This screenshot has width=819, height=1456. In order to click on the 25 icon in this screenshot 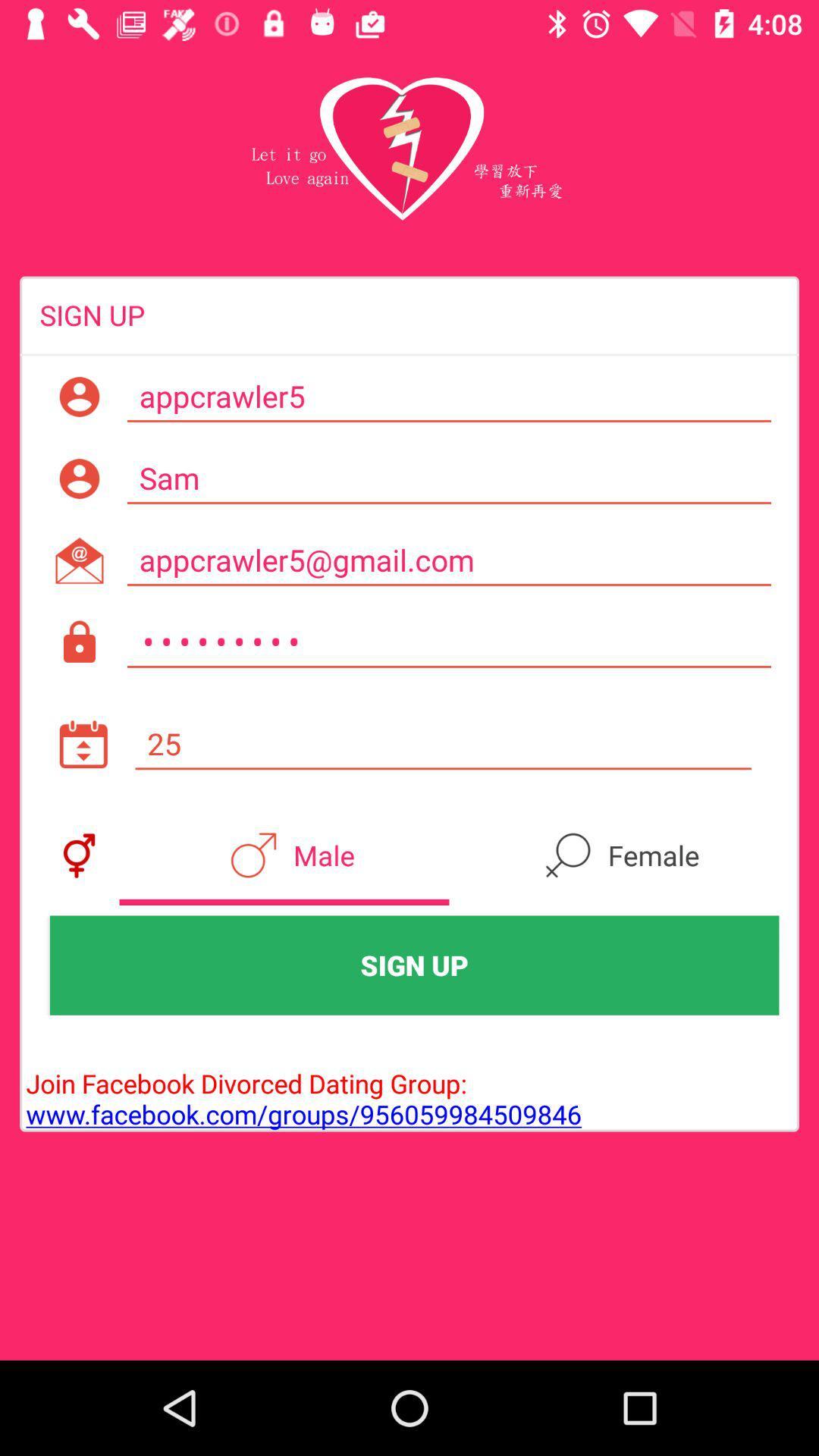, I will do `click(443, 744)`.